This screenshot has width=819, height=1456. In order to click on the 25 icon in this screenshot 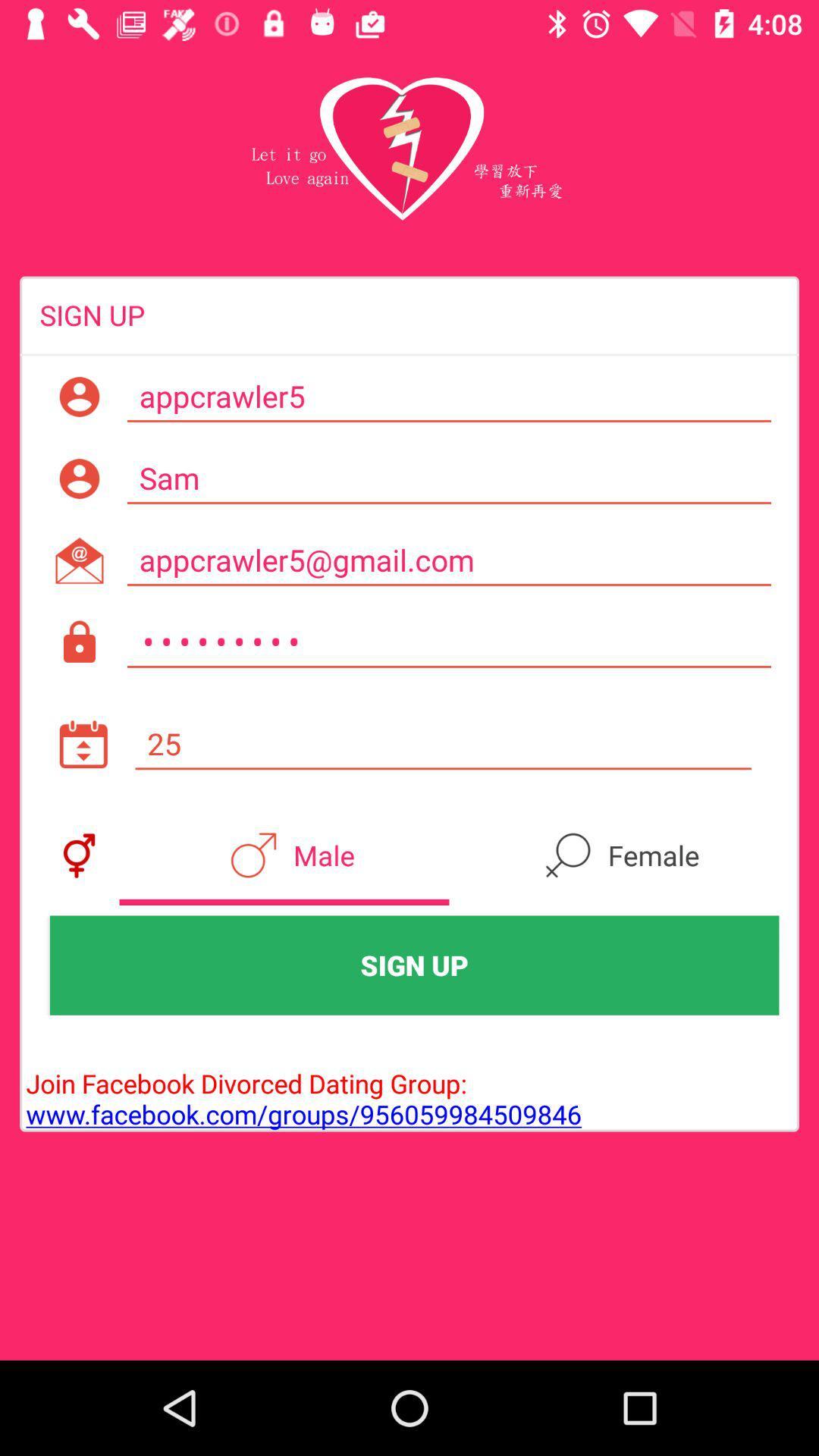, I will do `click(443, 744)`.